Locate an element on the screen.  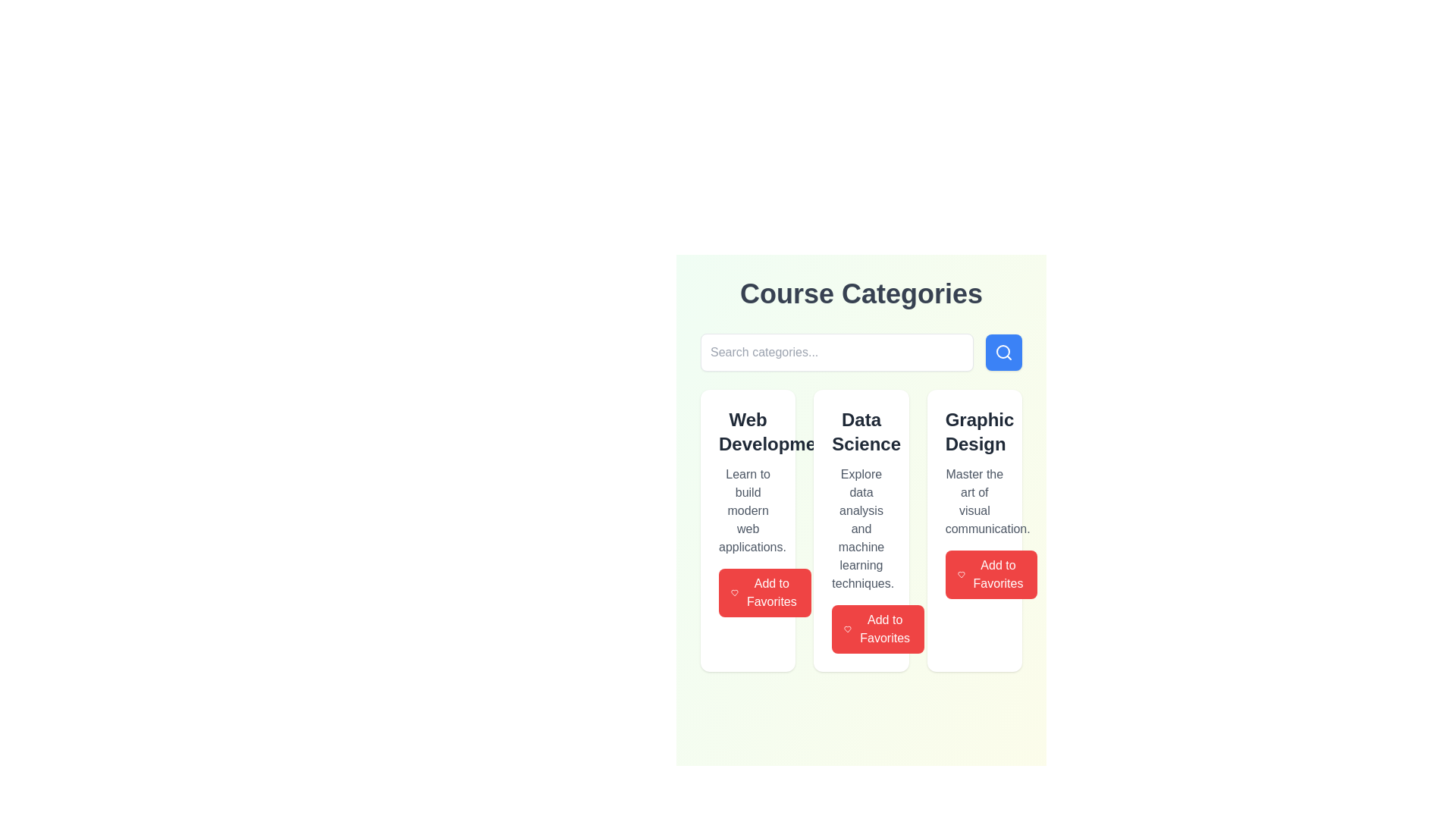
descriptive text component that provides additional information about the 'Graphic Design' category, positioned below the title and above the 'Add to Favorites' button is located at coordinates (974, 502).